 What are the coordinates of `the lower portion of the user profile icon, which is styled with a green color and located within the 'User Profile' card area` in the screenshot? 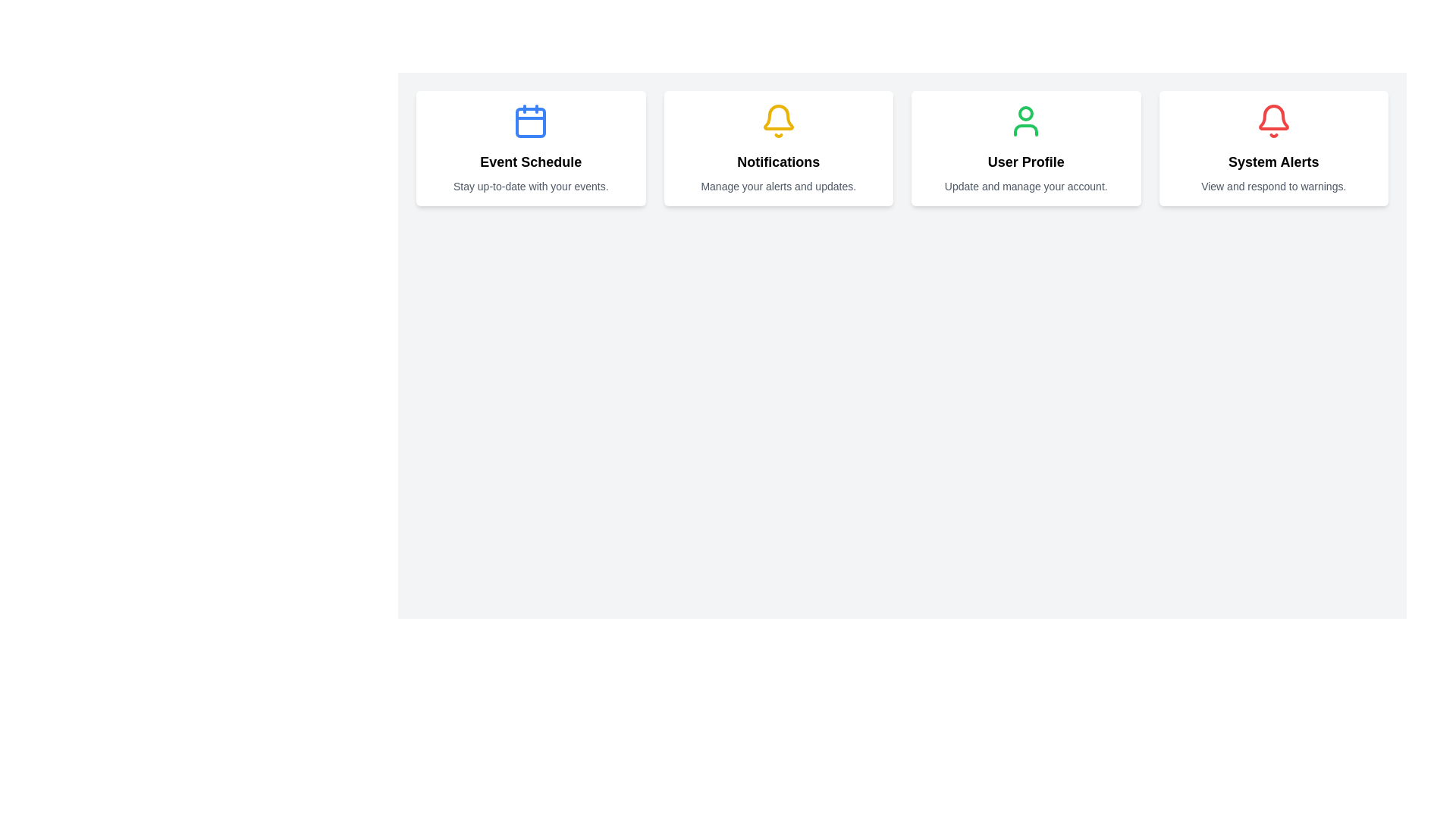 It's located at (1026, 130).